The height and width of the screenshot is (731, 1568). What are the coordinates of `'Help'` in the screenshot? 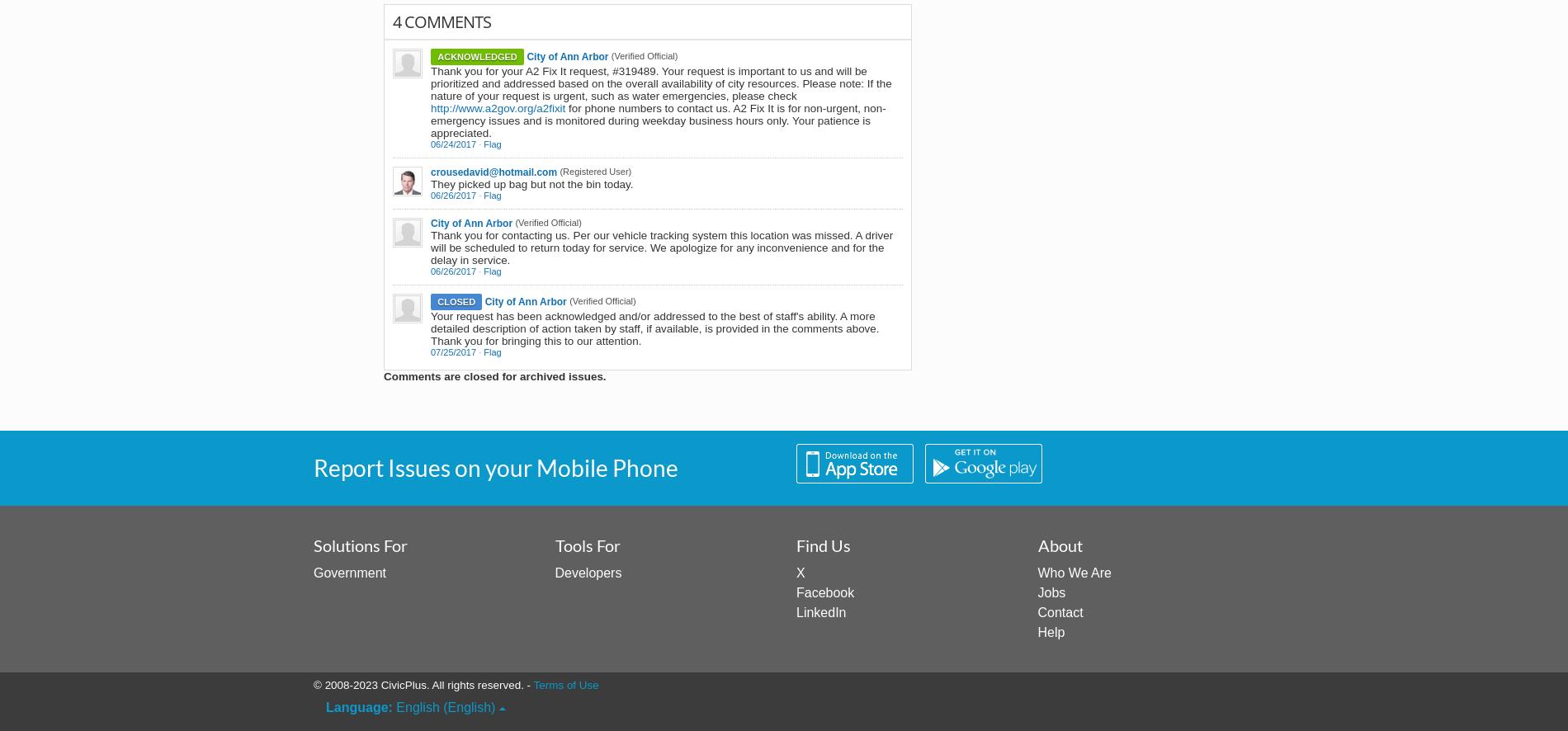 It's located at (1050, 630).